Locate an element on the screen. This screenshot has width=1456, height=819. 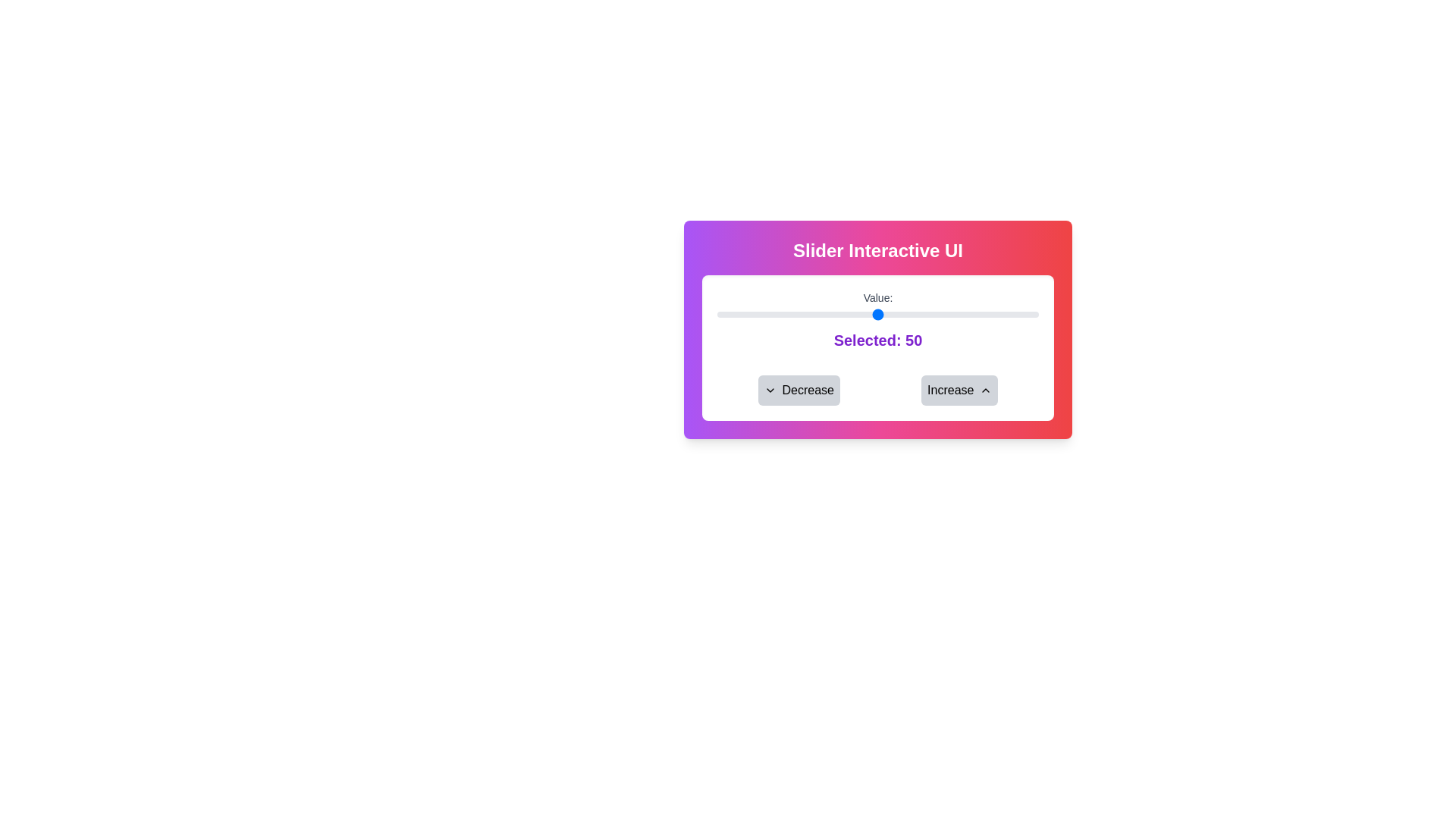
the slider is located at coordinates (839, 314).